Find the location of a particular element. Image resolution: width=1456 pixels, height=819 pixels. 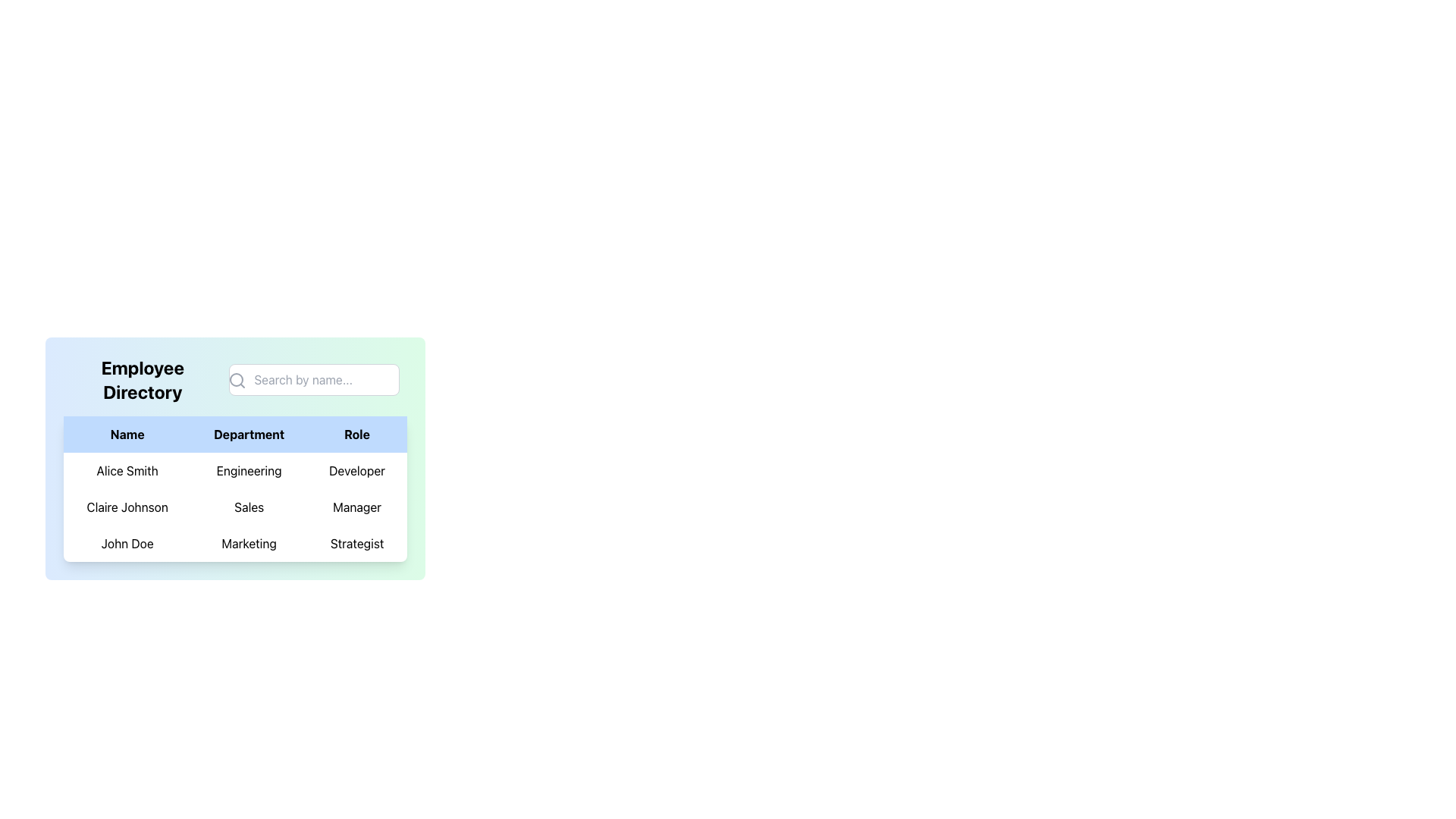

the table cell containing the name 'Claire Johnson' is located at coordinates (127, 507).